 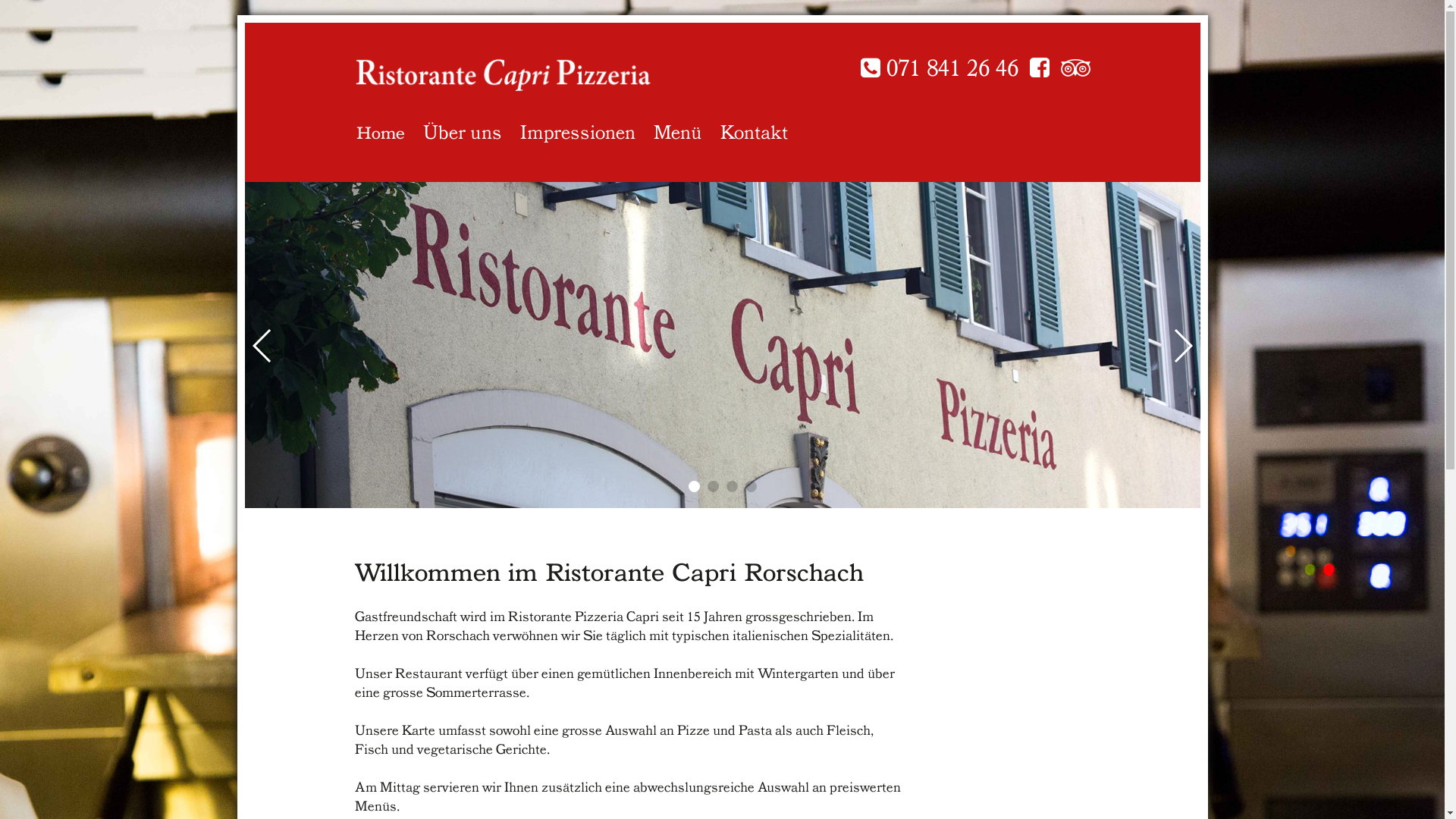 I want to click on 'Ristorante Pizzeria Capri auf Tripadvisor', so click(x=1074, y=67).